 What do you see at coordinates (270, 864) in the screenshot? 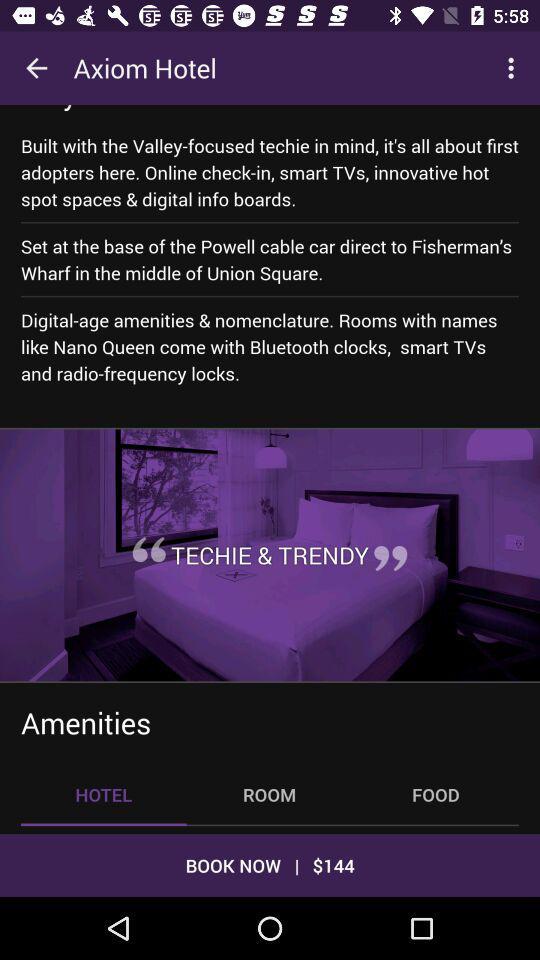
I see `book now   |   $144 icon` at bounding box center [270, 864].